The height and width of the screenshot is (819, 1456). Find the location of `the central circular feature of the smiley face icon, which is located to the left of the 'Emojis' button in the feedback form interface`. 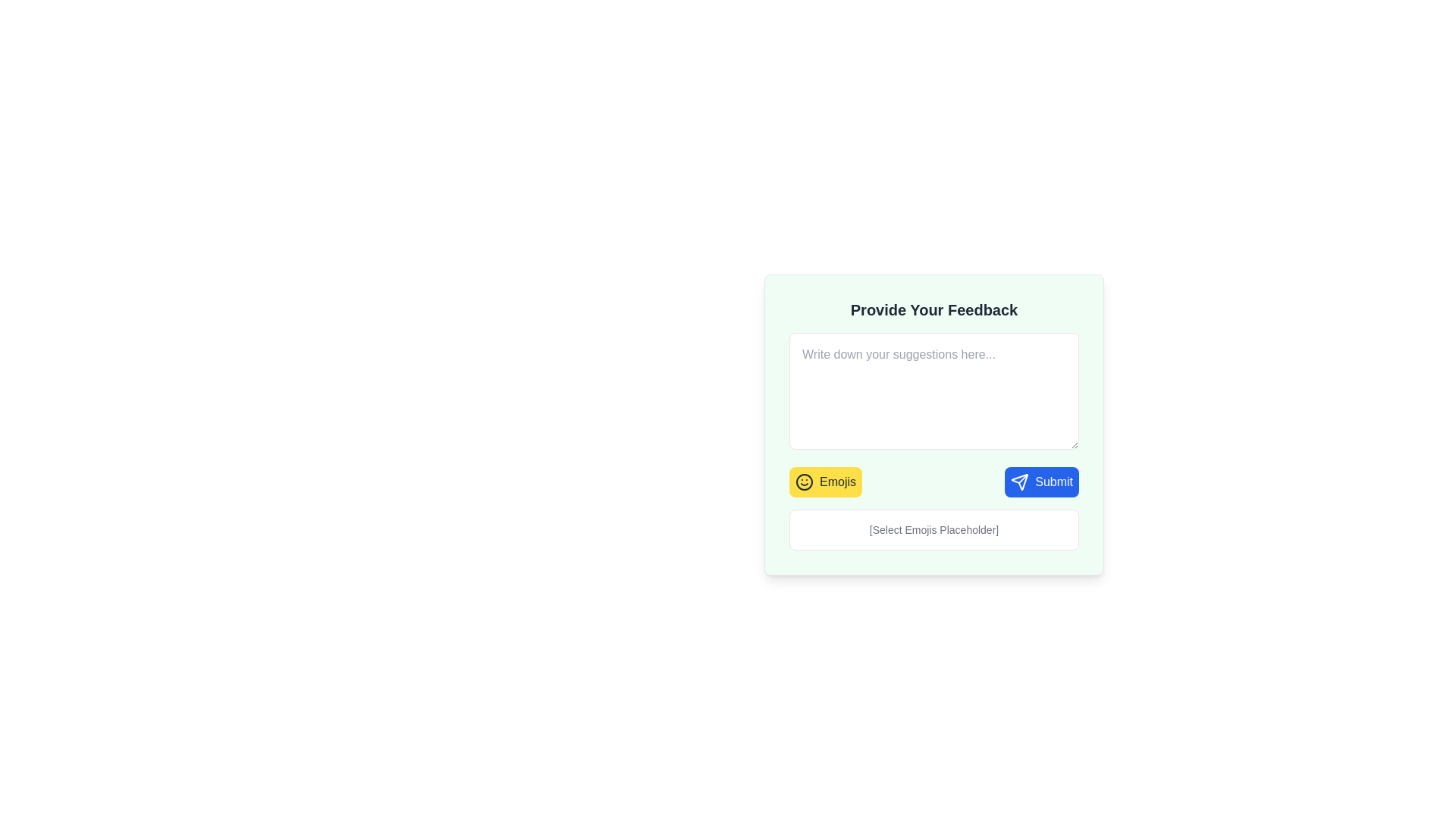

the central circular feature of the smiley face icon, which is located to the left of the 'Emojis' button in the feedback form interface is located at coordinates (803, 482).